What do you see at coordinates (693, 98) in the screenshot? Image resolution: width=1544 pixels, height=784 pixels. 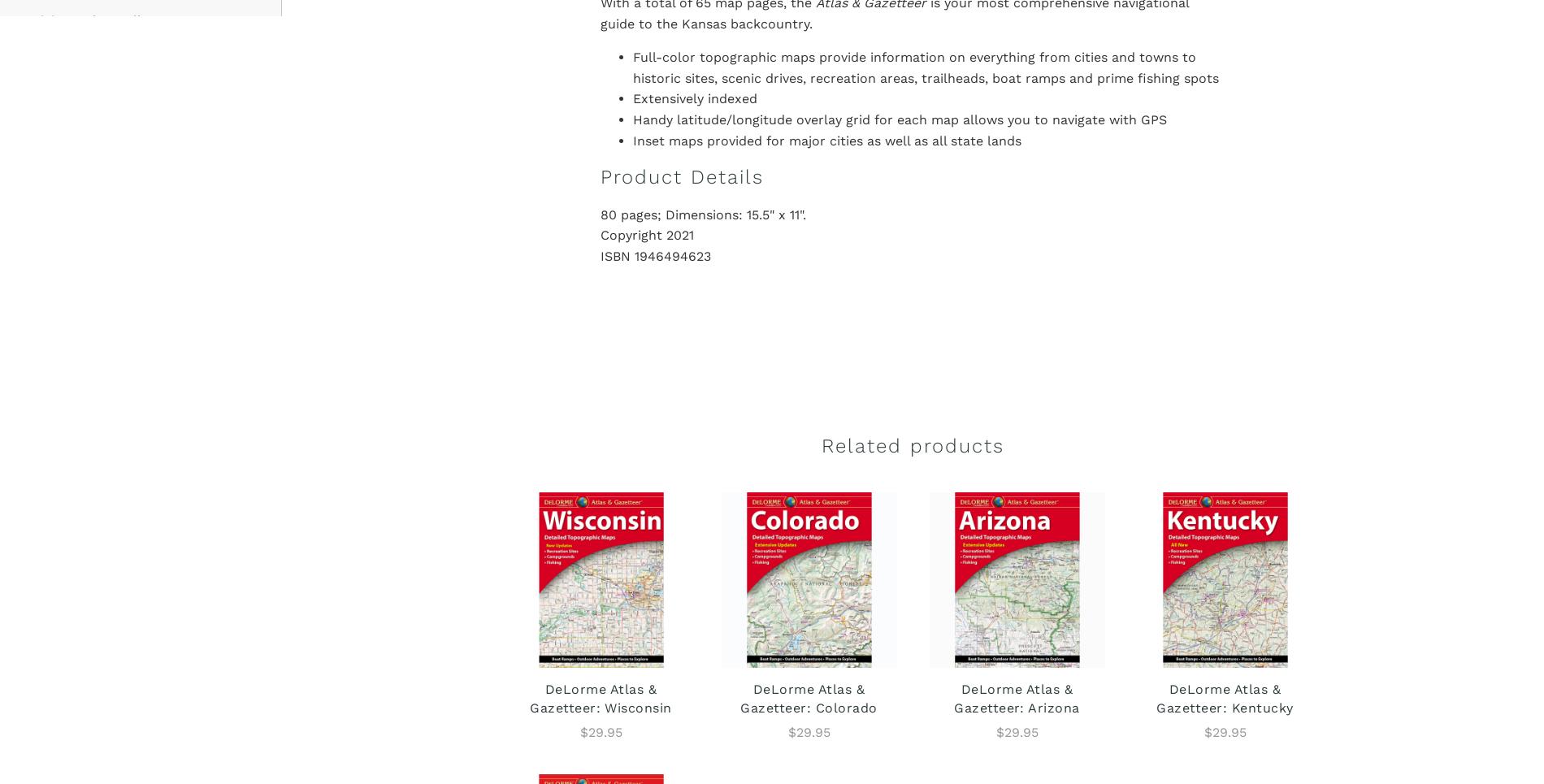 I see `'Extensively indexed'` at bounding box center [693, 98].